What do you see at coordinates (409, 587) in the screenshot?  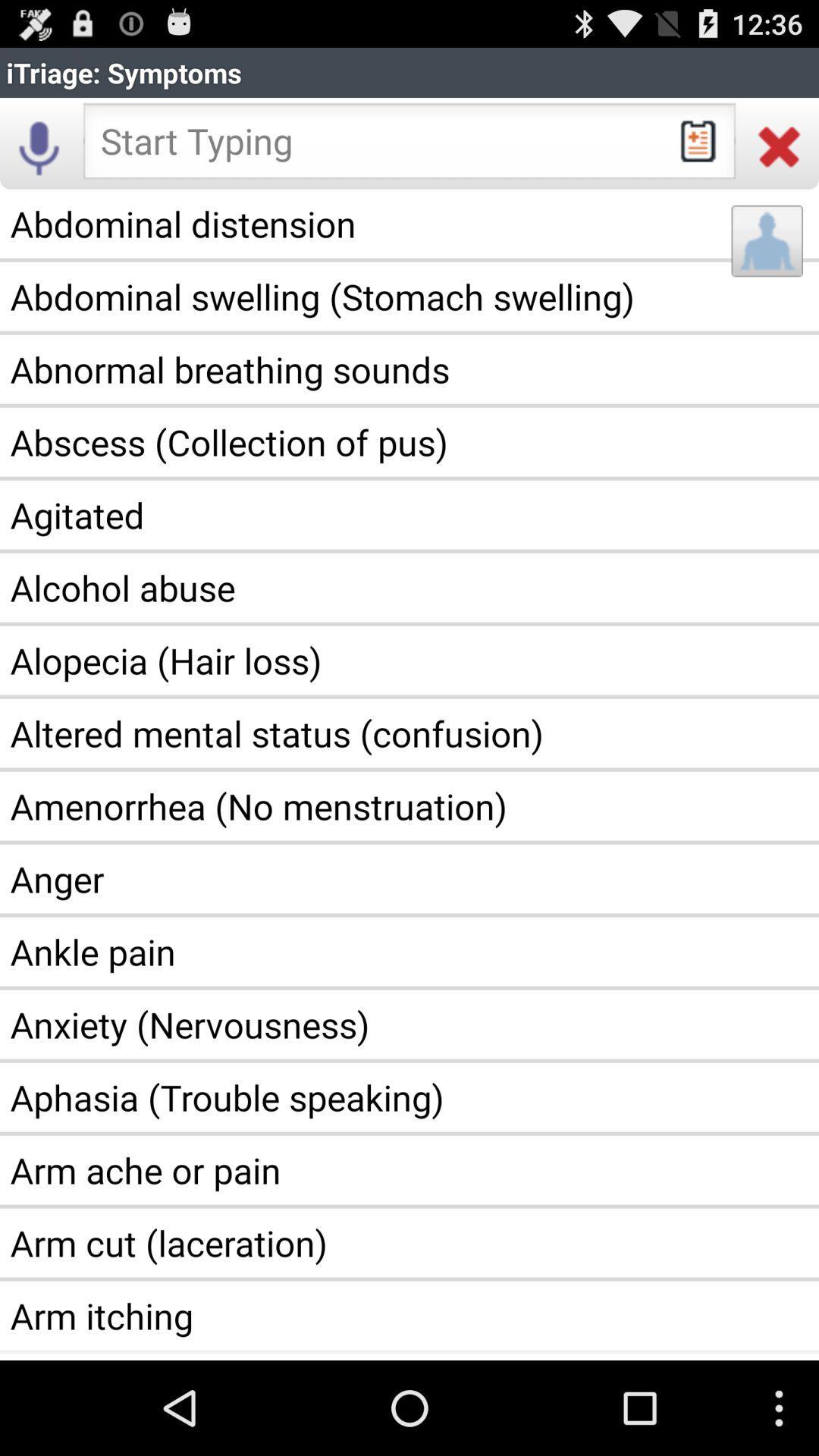 I see `the icon below agitated` at bounding box center [409, 587].